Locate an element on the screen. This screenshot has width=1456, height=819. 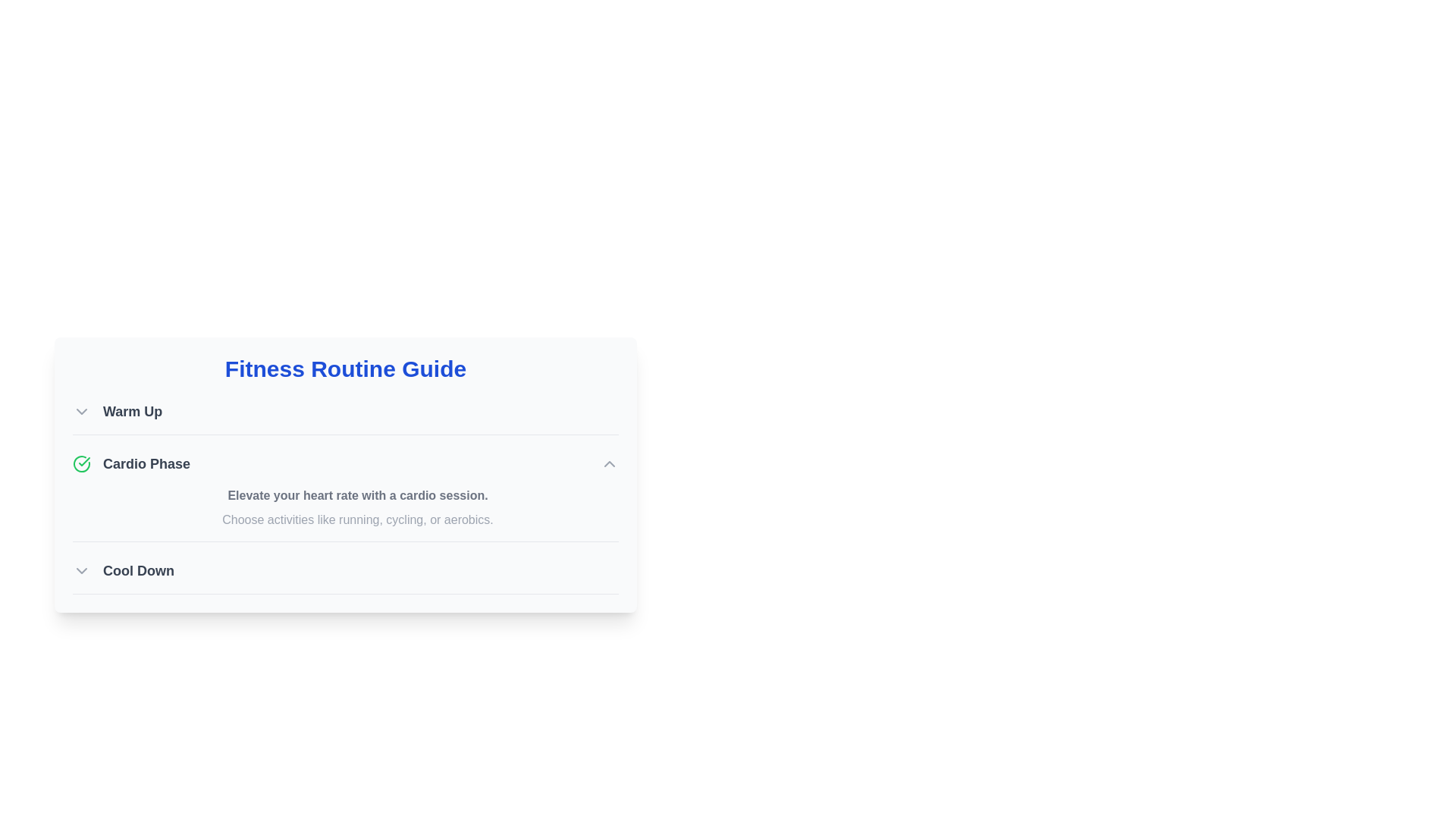
the text element that reads 'Choose activities like running, cycling, or aerobics.' which is styled in gray and located within the 'Cardio Phase' section is located at coordinates (356, 519).